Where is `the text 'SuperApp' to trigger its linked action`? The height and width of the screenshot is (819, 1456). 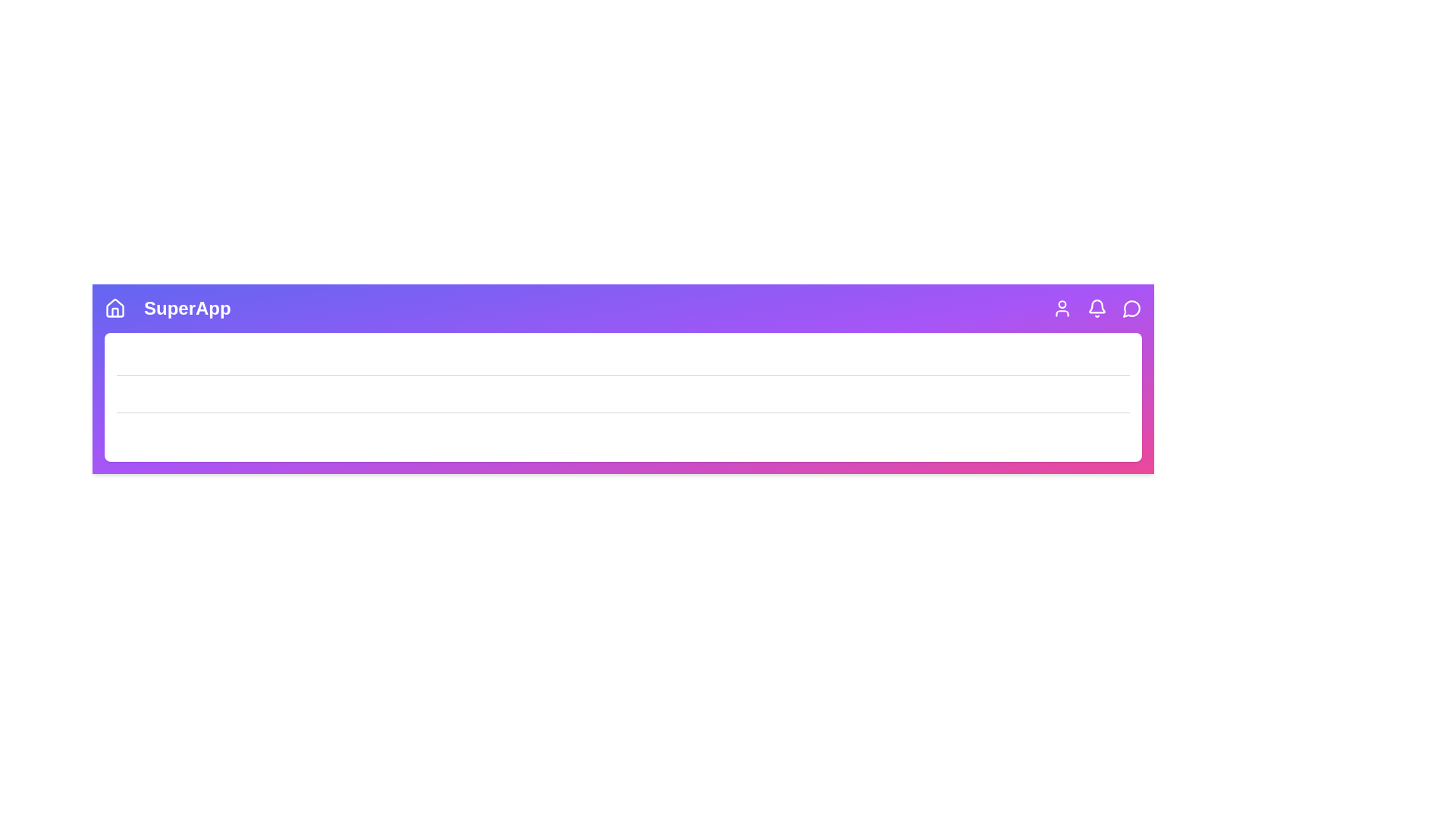 the text 'SuperApp' to trigger its linked action is located at coordinates (187, 308).